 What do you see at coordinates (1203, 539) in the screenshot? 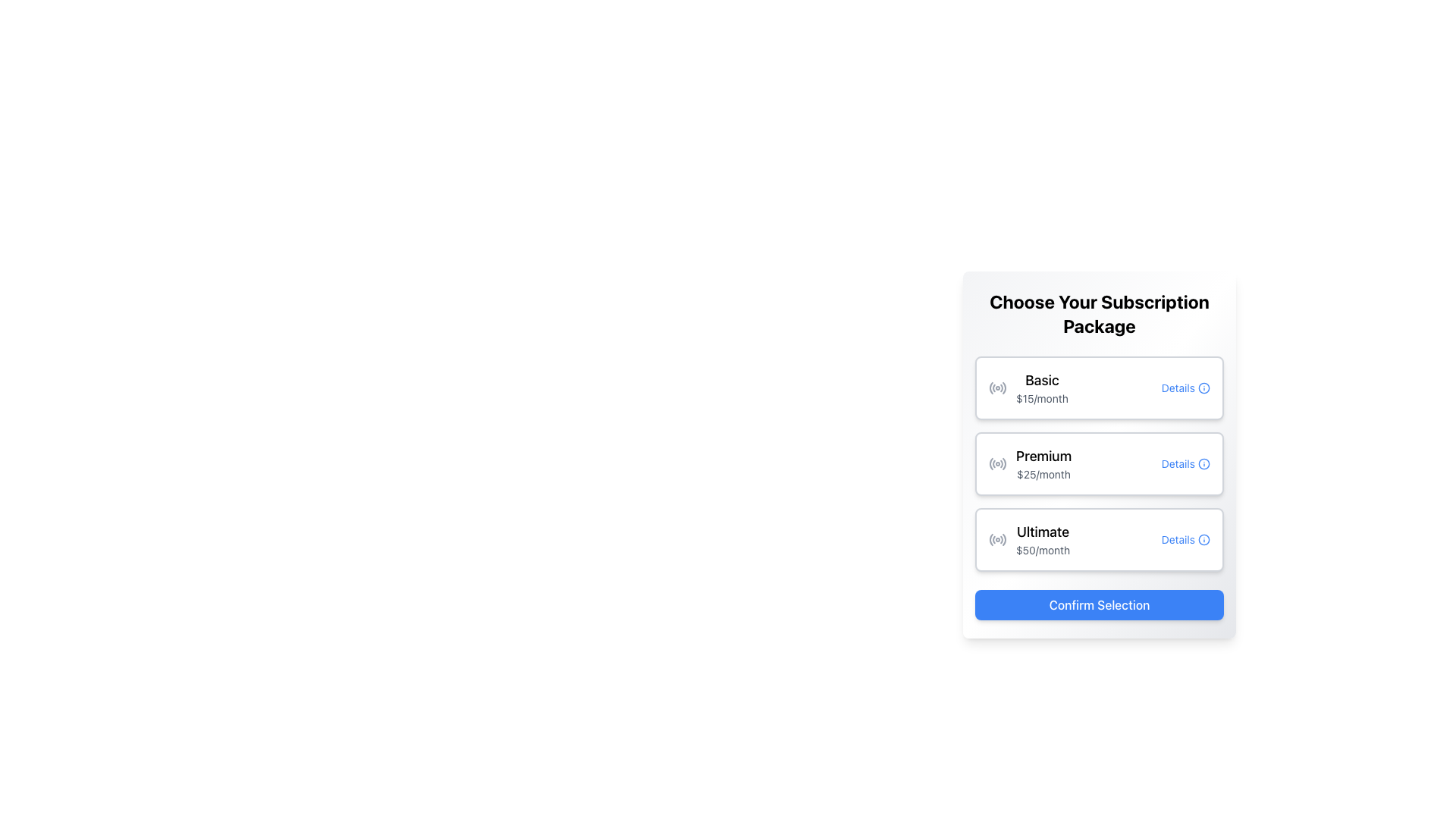
I see `the outer circular ring of the 'Details' icon, which is right-aligned to the 'Ultimate' subscription option` at bounding box center [1203, 539].